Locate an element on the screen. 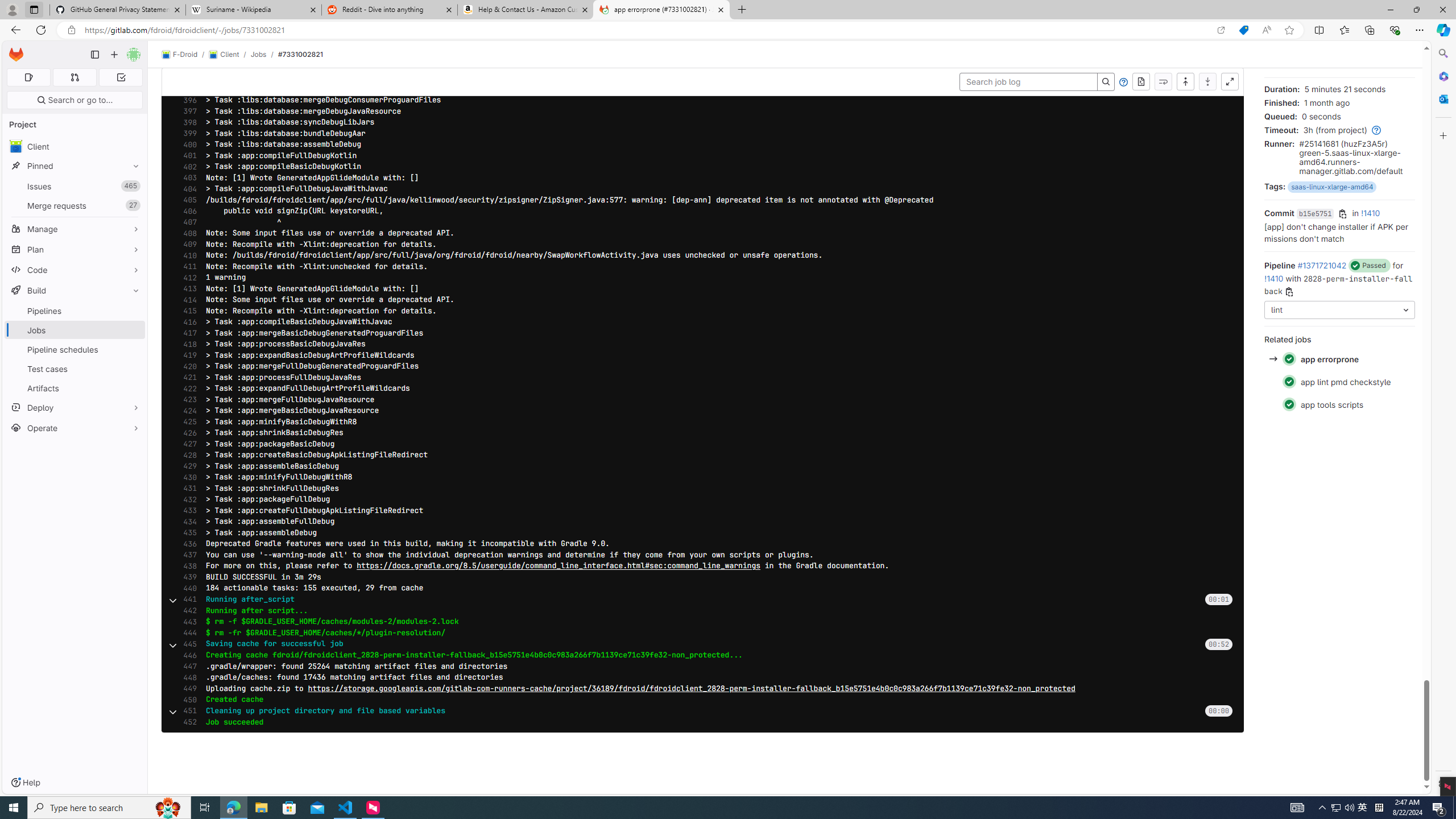 Image resolution: width=1456 pixels, height=819 pixels. '418' is located at coordinates (186, 344).